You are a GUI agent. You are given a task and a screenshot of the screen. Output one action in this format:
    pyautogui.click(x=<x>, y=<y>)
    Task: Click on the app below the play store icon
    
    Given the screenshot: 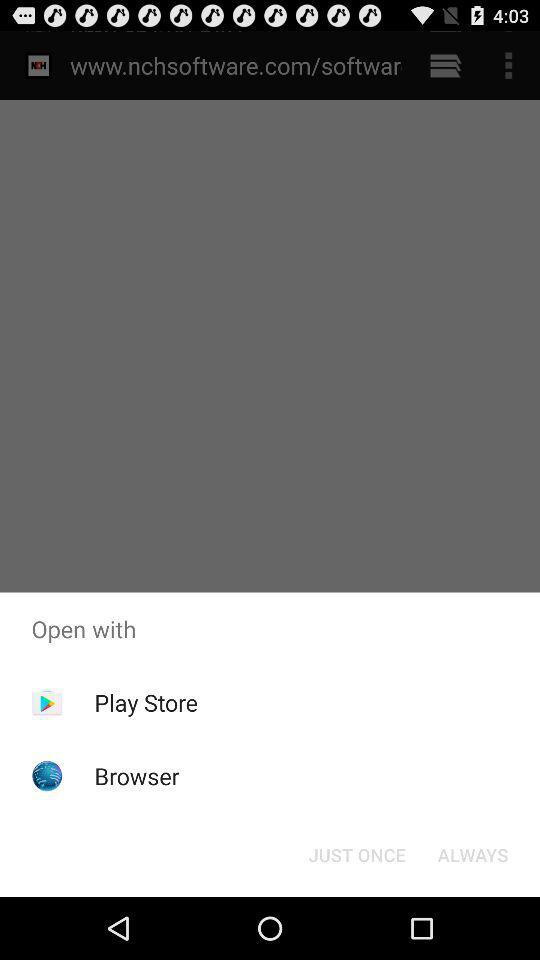 What is the action you would take?
    pyautogui.click(x=136, y=775)
    